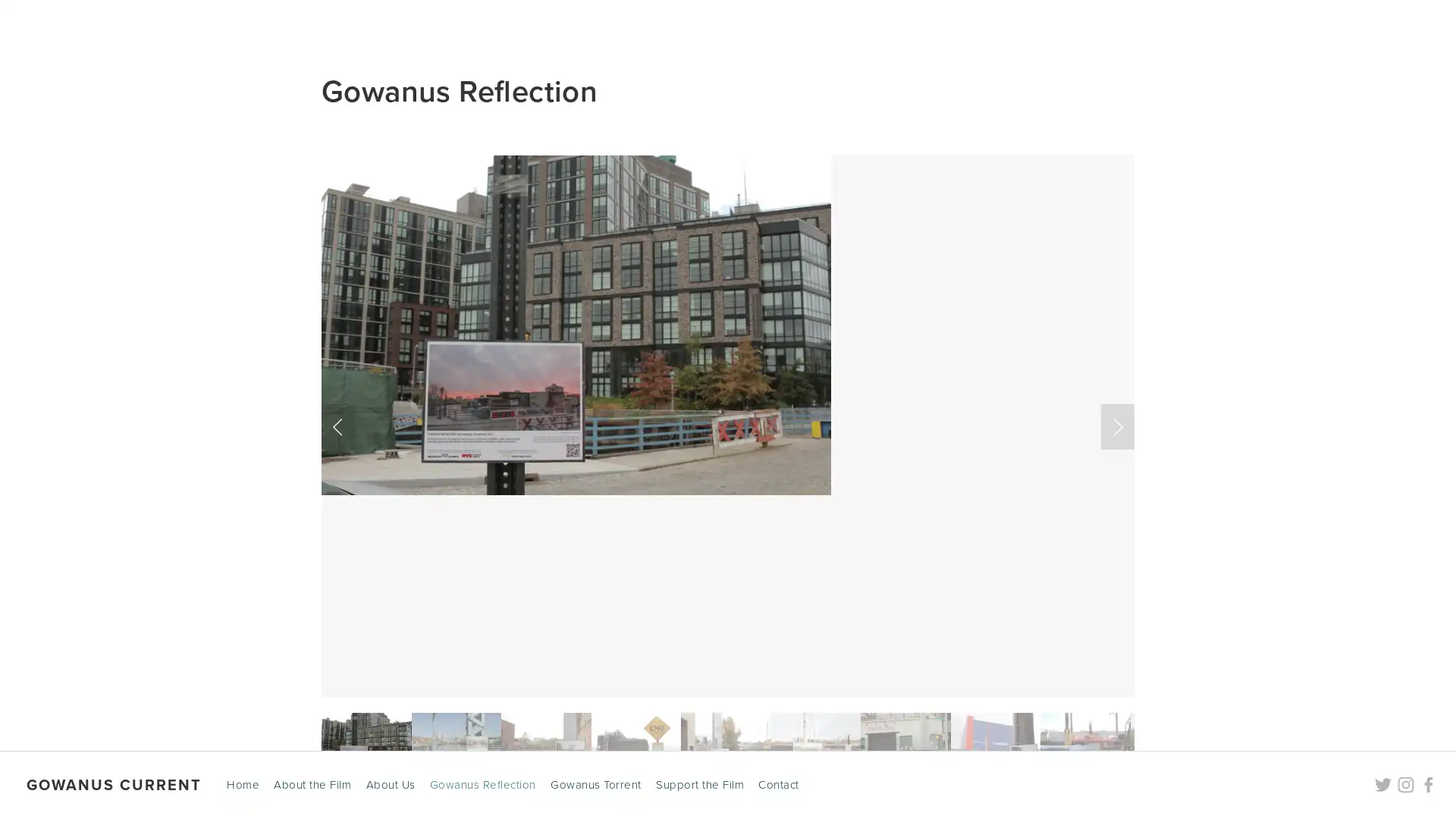 Image resolution: width=1456 pixels, height=819 pixels. I want to click on Next Slide, so click(1117, 426).